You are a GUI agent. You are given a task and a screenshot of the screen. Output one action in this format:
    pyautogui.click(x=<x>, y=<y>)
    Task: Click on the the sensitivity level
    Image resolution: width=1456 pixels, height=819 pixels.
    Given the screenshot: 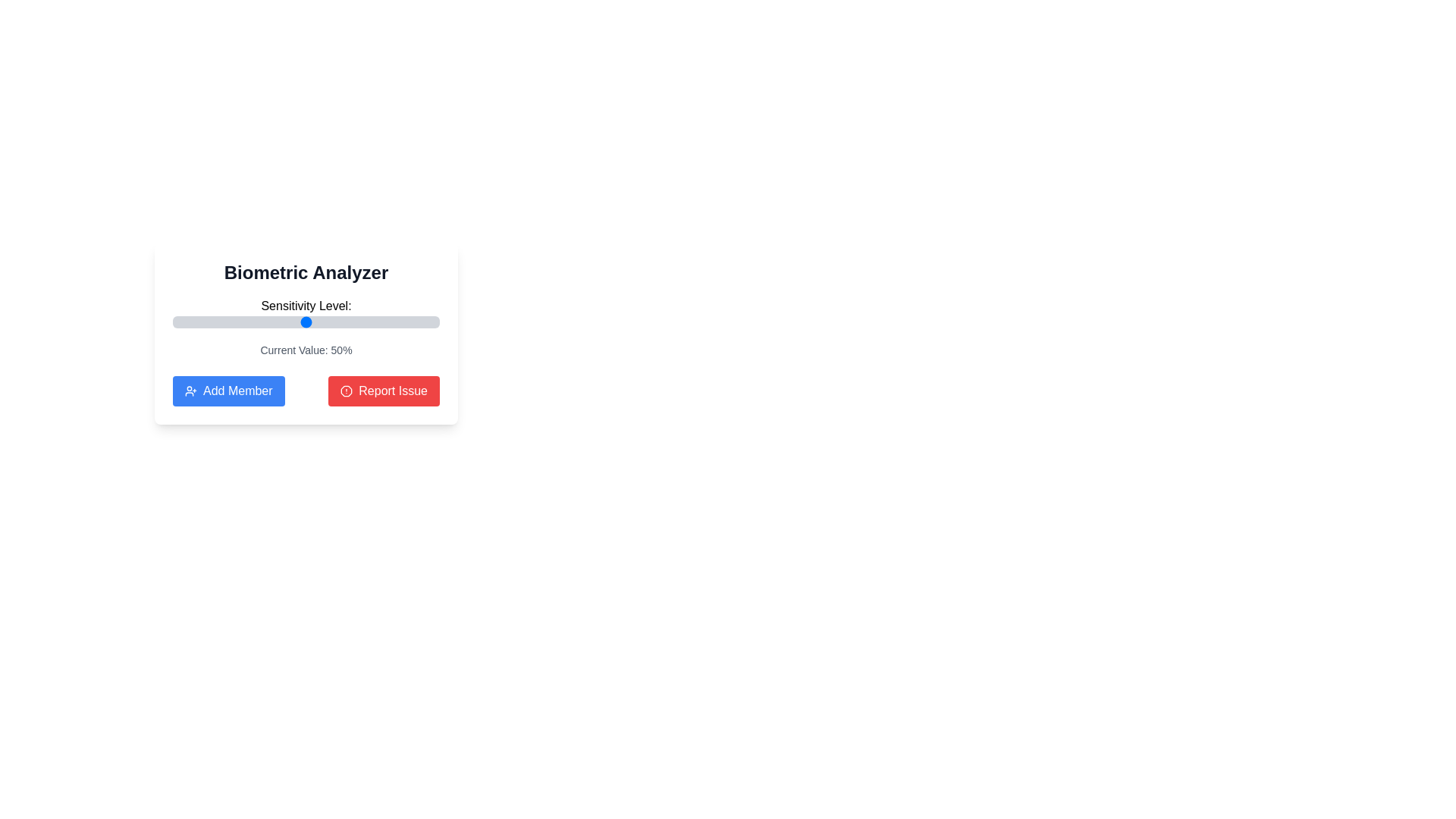 What is the action you would take?
    pyautogui.click(x=183, y=321)
    